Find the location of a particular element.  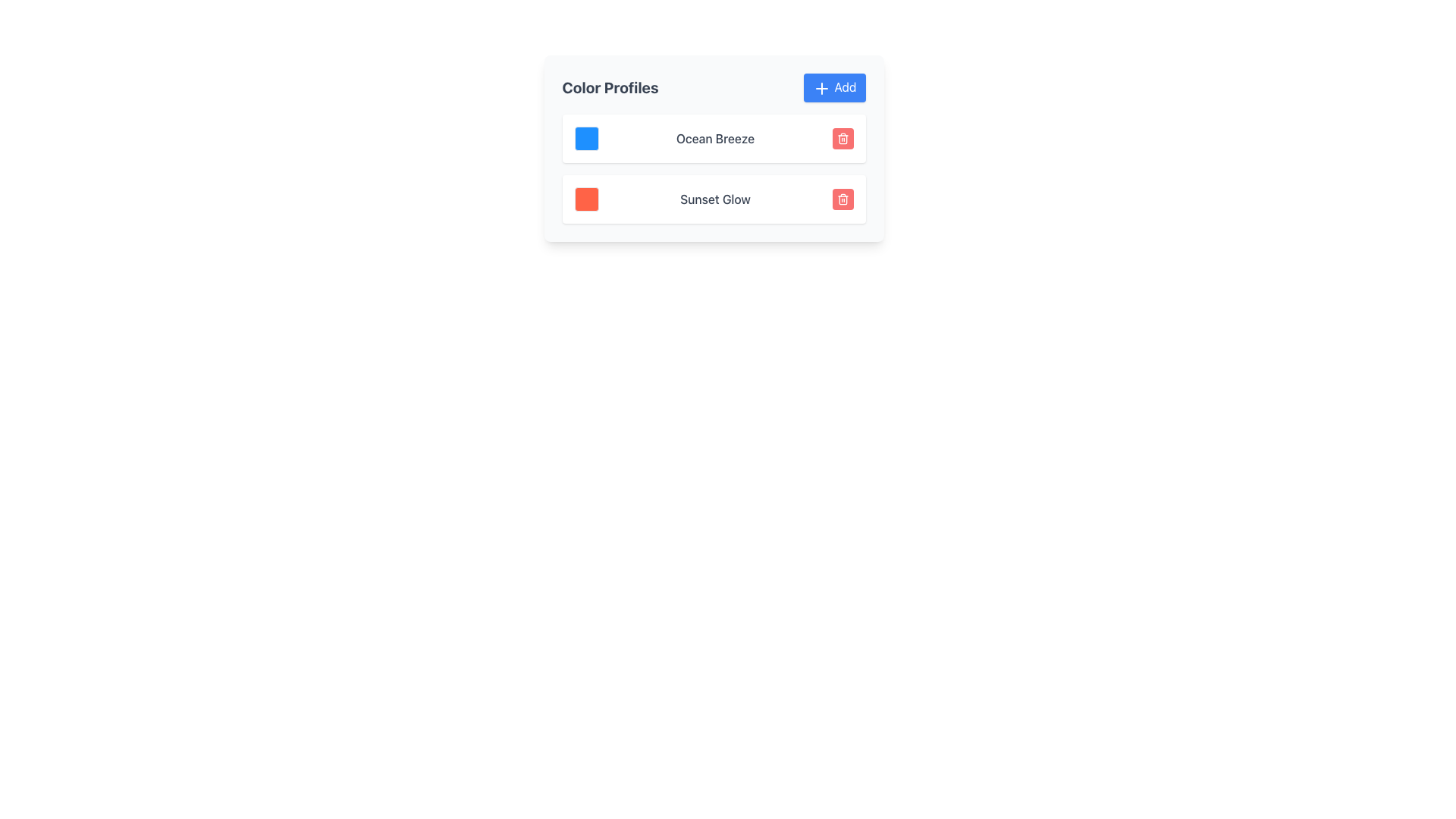

the red trash bin icon button located on the right side of the second row in the 'Color Profiles' section is located at coordinates (842, 138).